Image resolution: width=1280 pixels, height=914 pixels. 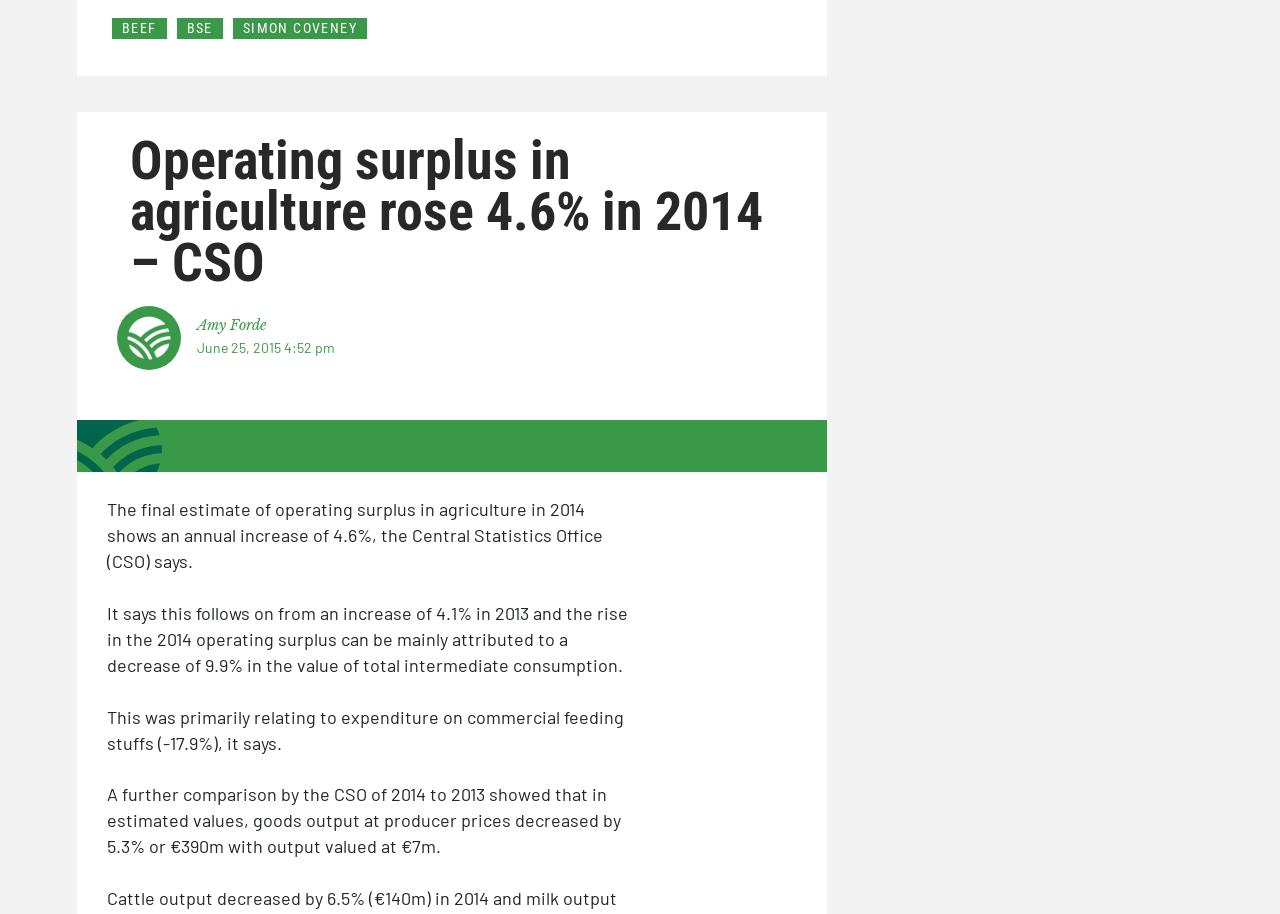 I want to click on 'This was primarily relating to expenditure on commercial feeding stuffs (-17.9%), it says.', so click(x=365, y=728).